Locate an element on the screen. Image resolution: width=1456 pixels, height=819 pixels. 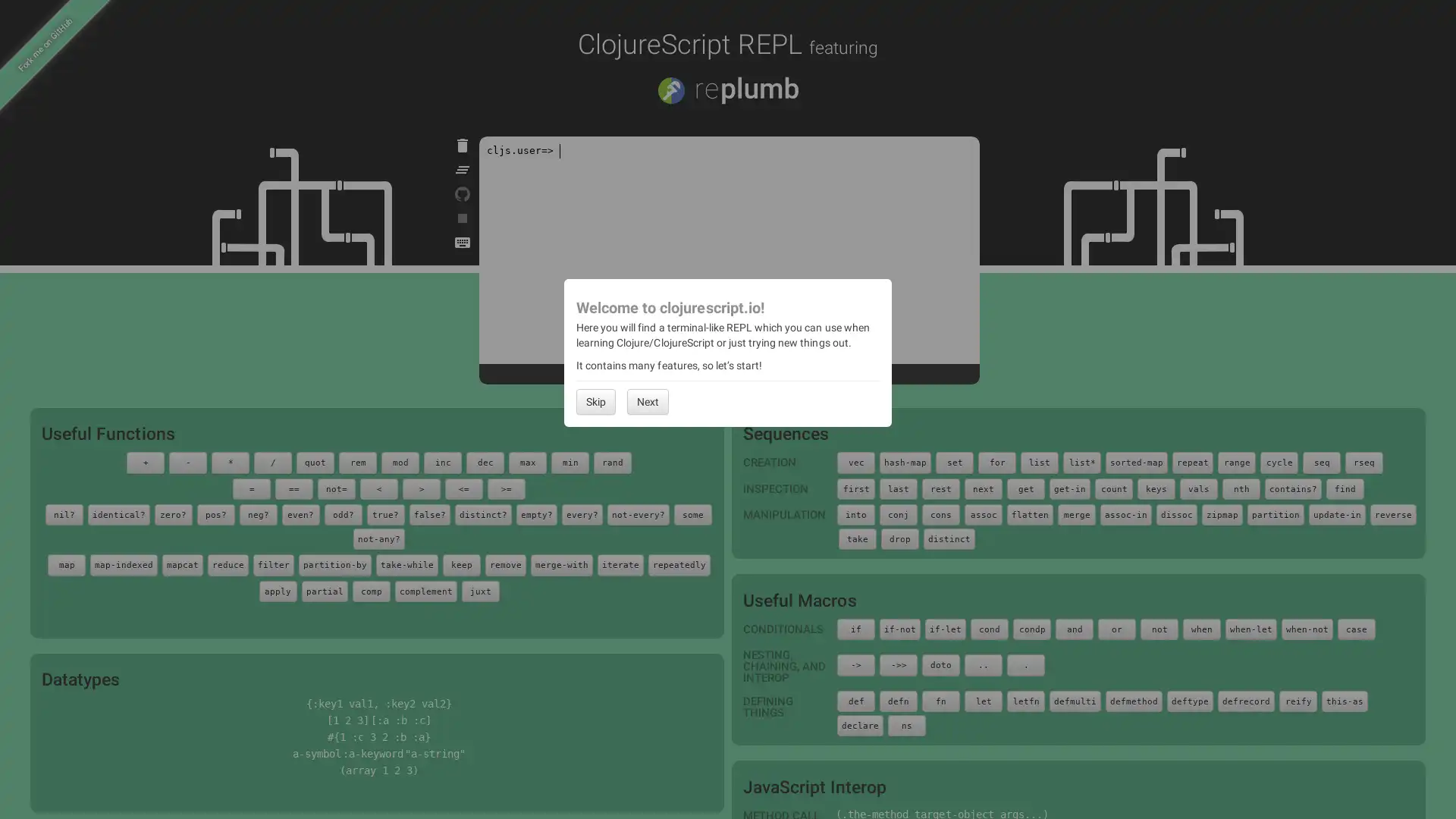
<= is located at coordinates (463, 488).